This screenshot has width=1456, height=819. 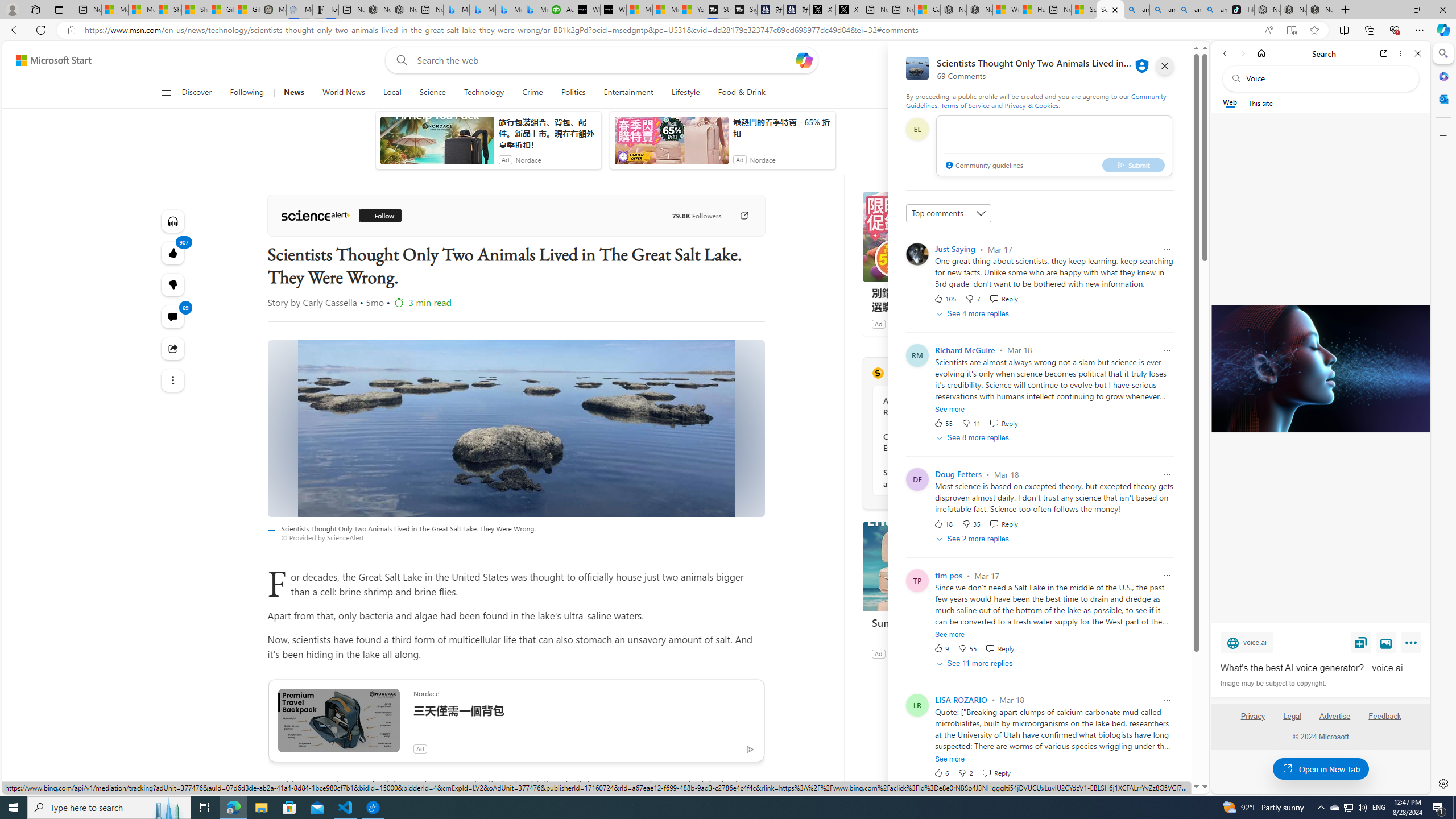 I want to click on 'Legal', so click(x=1292, y=716).